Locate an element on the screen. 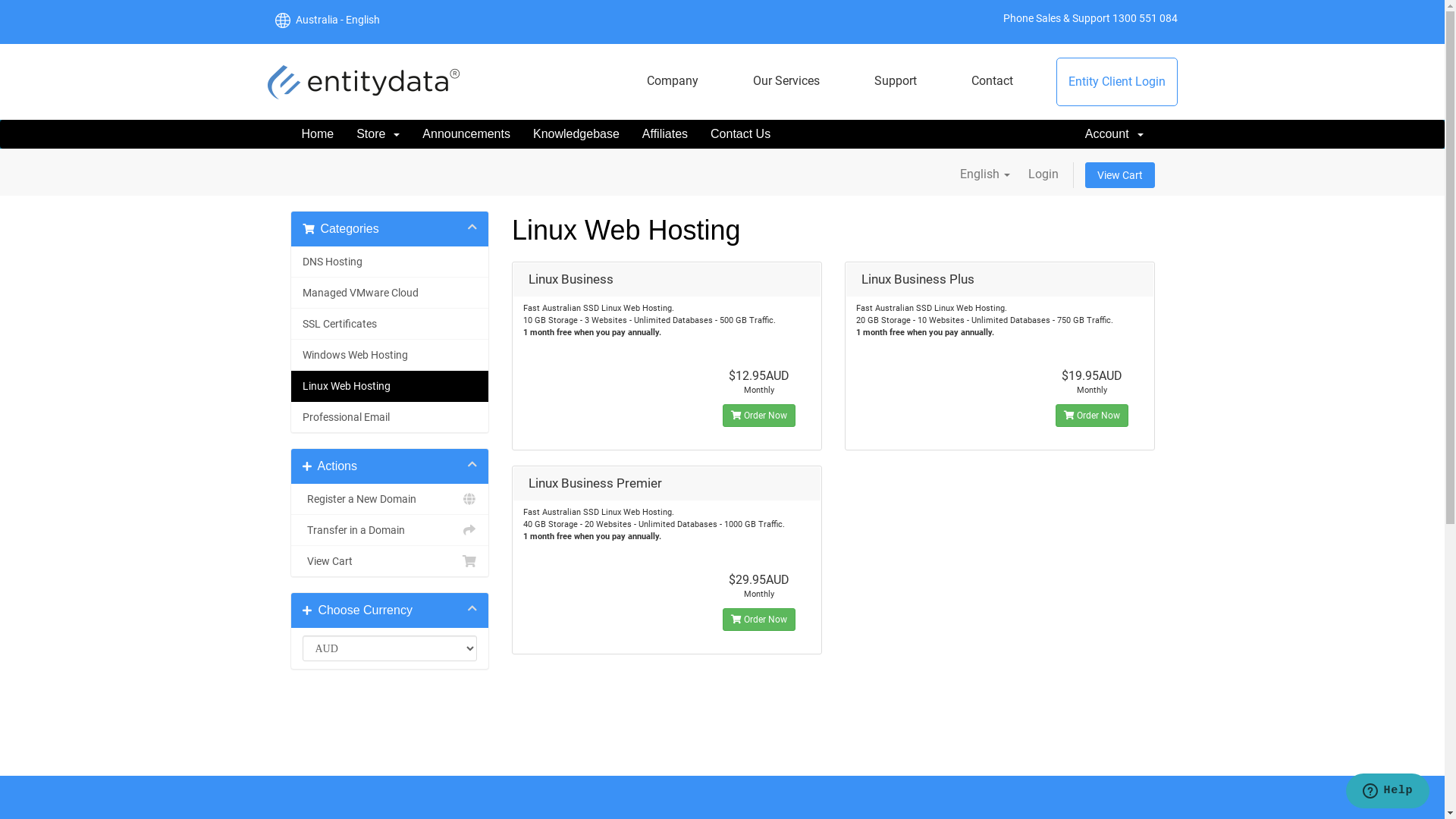  'Contact' is located at coordinates (959, 81).